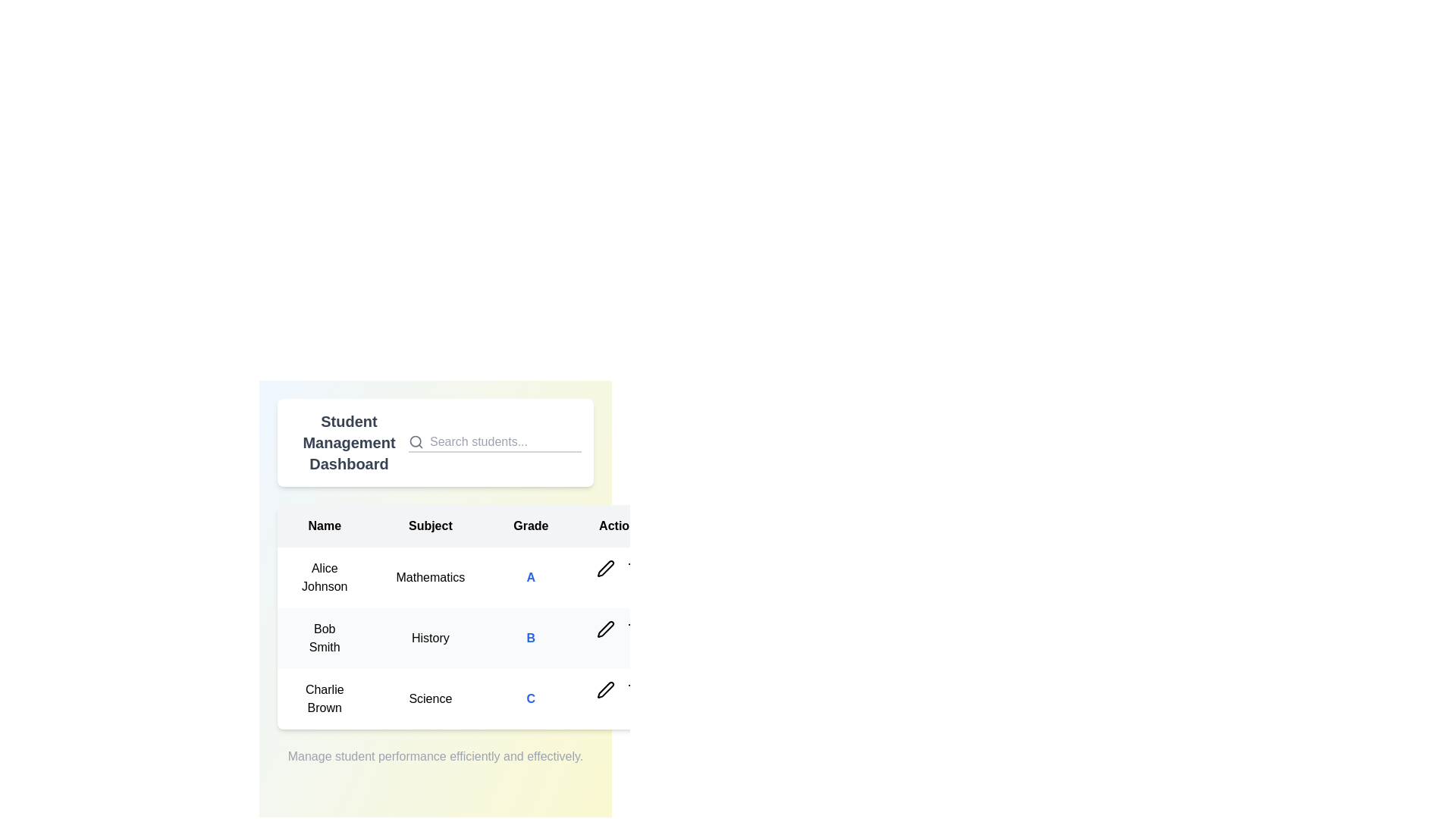 The height and width of the screenshot is (819, 1456). I want to click on the edit icon in the 'Action' column of the second row for 'Bob Smith', so click(605, 629).